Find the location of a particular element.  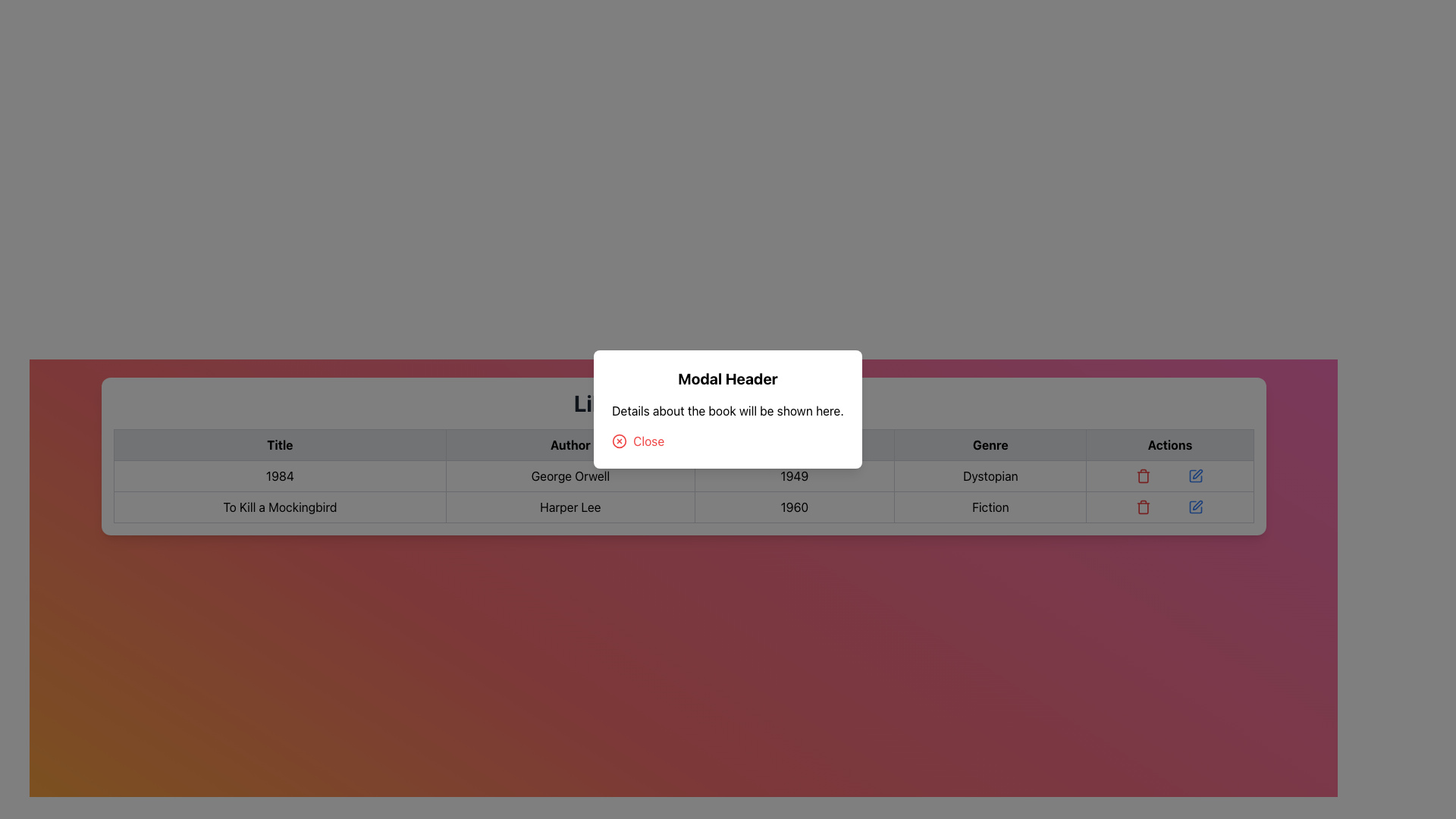

the text label that reads 'Details about the book will be shown here.' which is positioned within a white dialog-style box, directly below the 'Modal Header.' is located at coordinates (728, 411).